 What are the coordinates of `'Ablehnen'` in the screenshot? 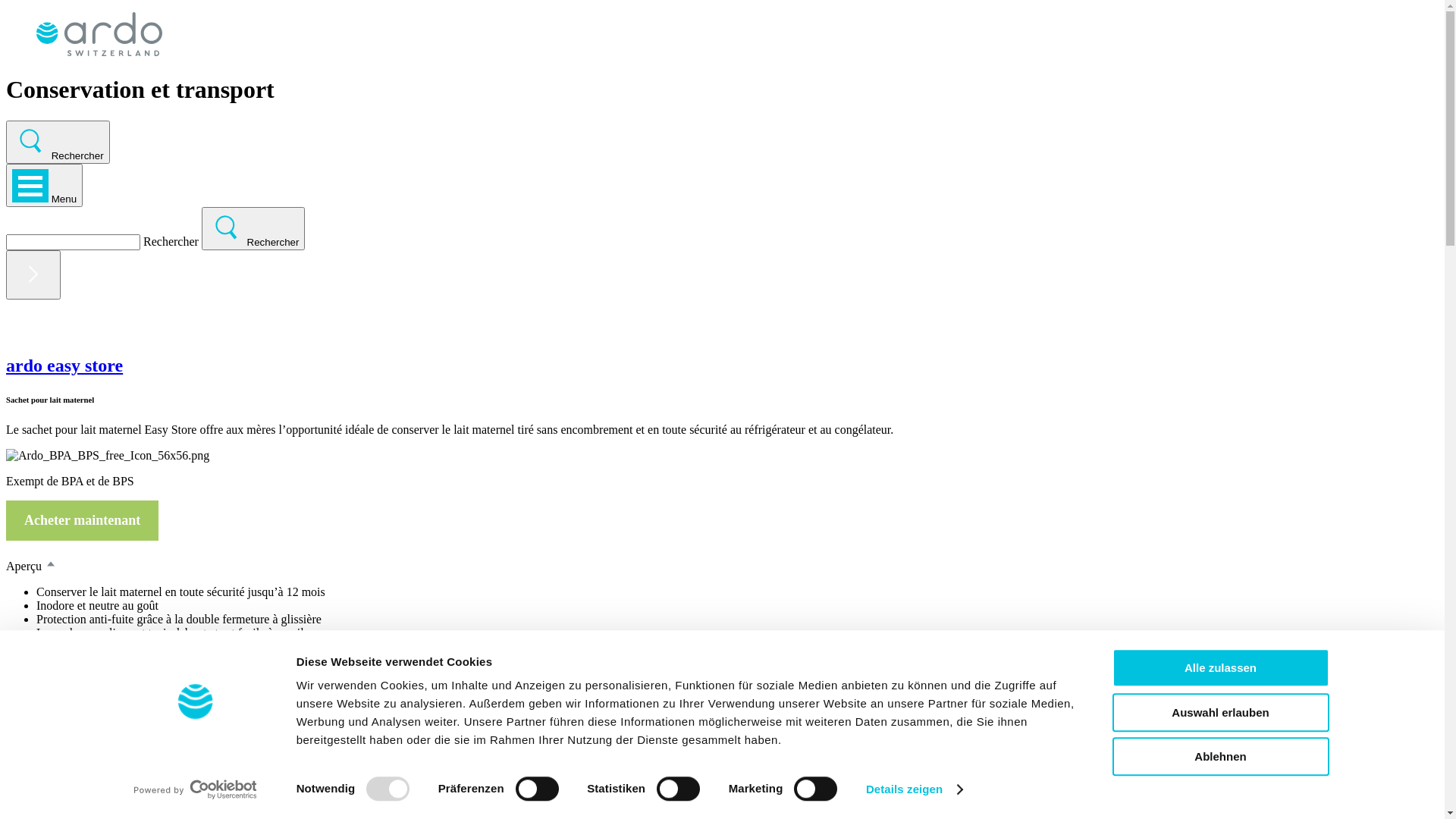 It's located at (1219, 756).